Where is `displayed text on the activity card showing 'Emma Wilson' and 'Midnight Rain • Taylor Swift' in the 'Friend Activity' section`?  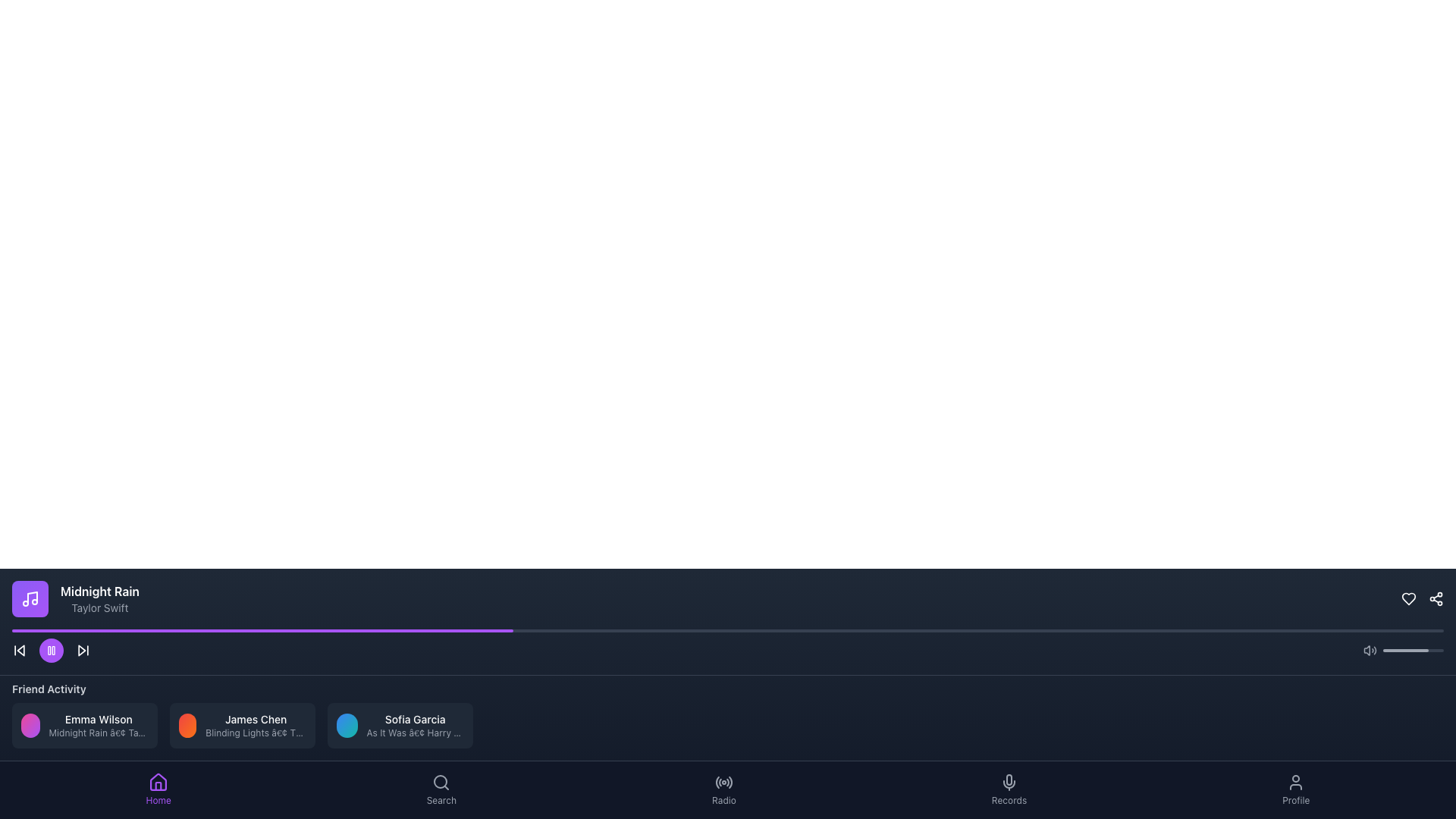 displayed text on the activity card showing 'Emma Wilson' and 'Midnight Rain • Taylor Swift' in the 'Friend Activity' section is located at coordinates (83, 724).